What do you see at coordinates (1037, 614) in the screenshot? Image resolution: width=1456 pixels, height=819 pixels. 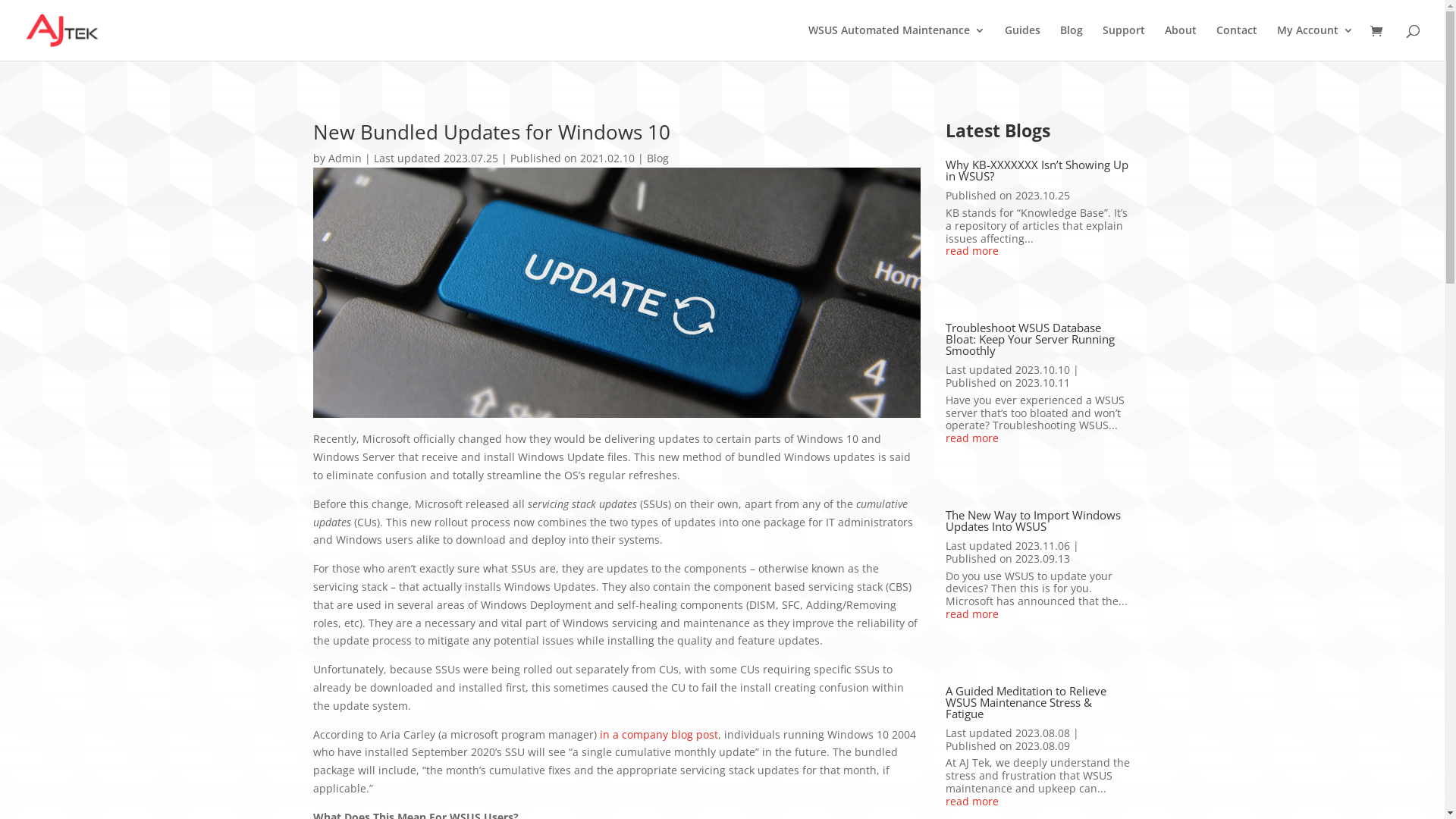 I see `'read more'` at bounding box center [1037, 614].